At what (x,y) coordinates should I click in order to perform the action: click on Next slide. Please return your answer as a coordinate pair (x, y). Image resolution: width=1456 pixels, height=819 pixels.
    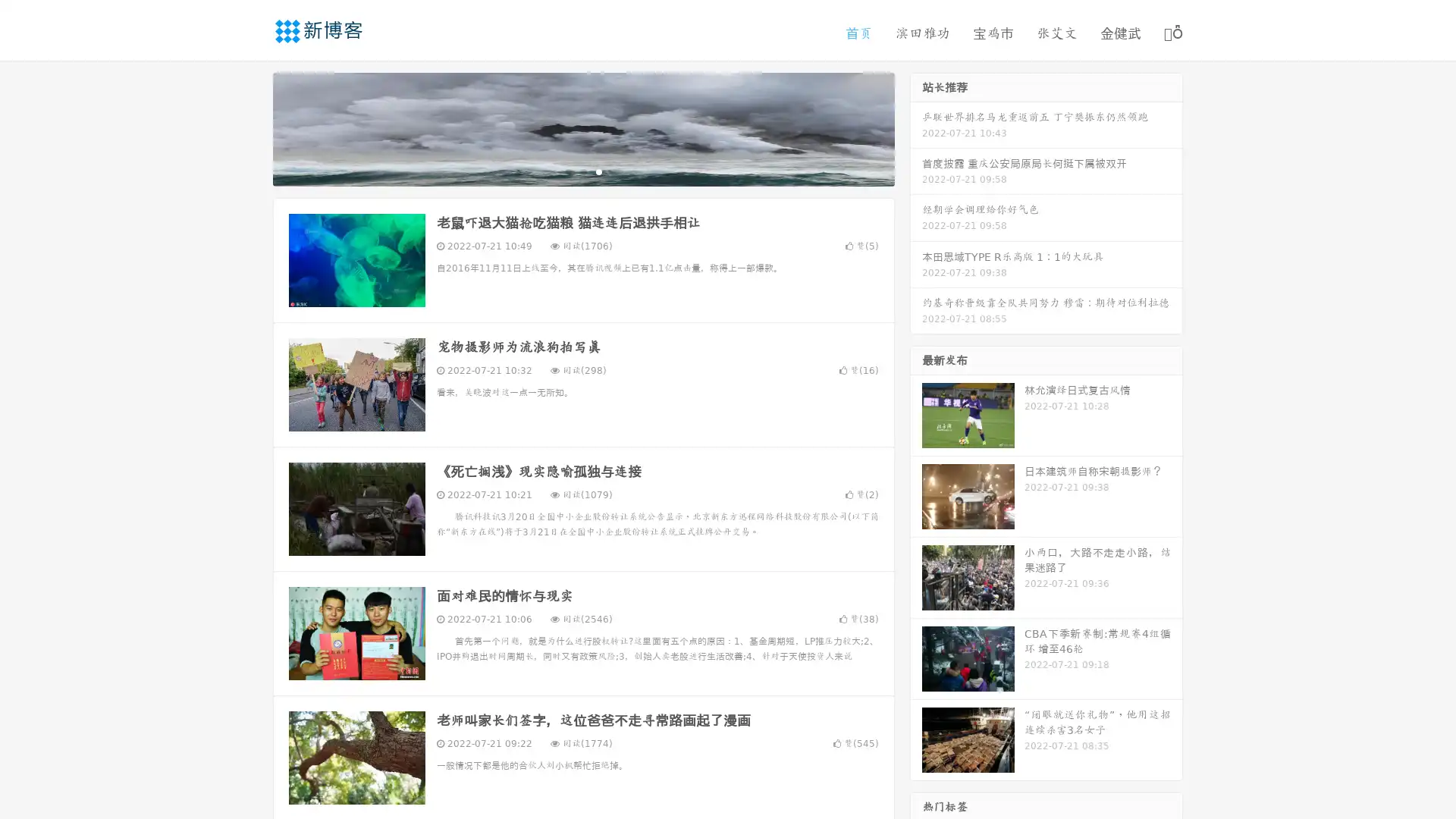
    Looking at the image, I should click on (916, 127).